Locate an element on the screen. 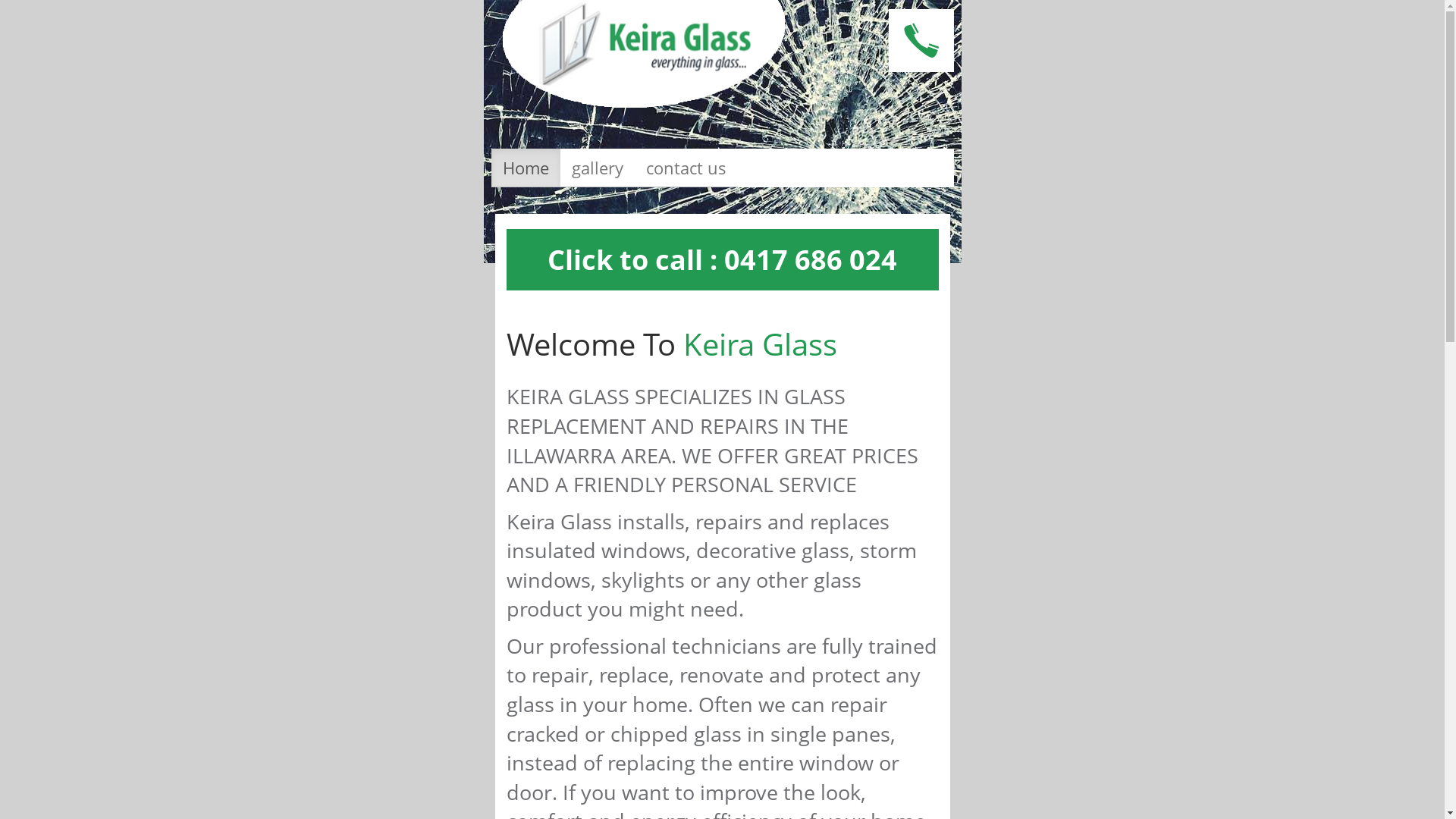  'Keira Glass' is located at coordinates (643, 52).